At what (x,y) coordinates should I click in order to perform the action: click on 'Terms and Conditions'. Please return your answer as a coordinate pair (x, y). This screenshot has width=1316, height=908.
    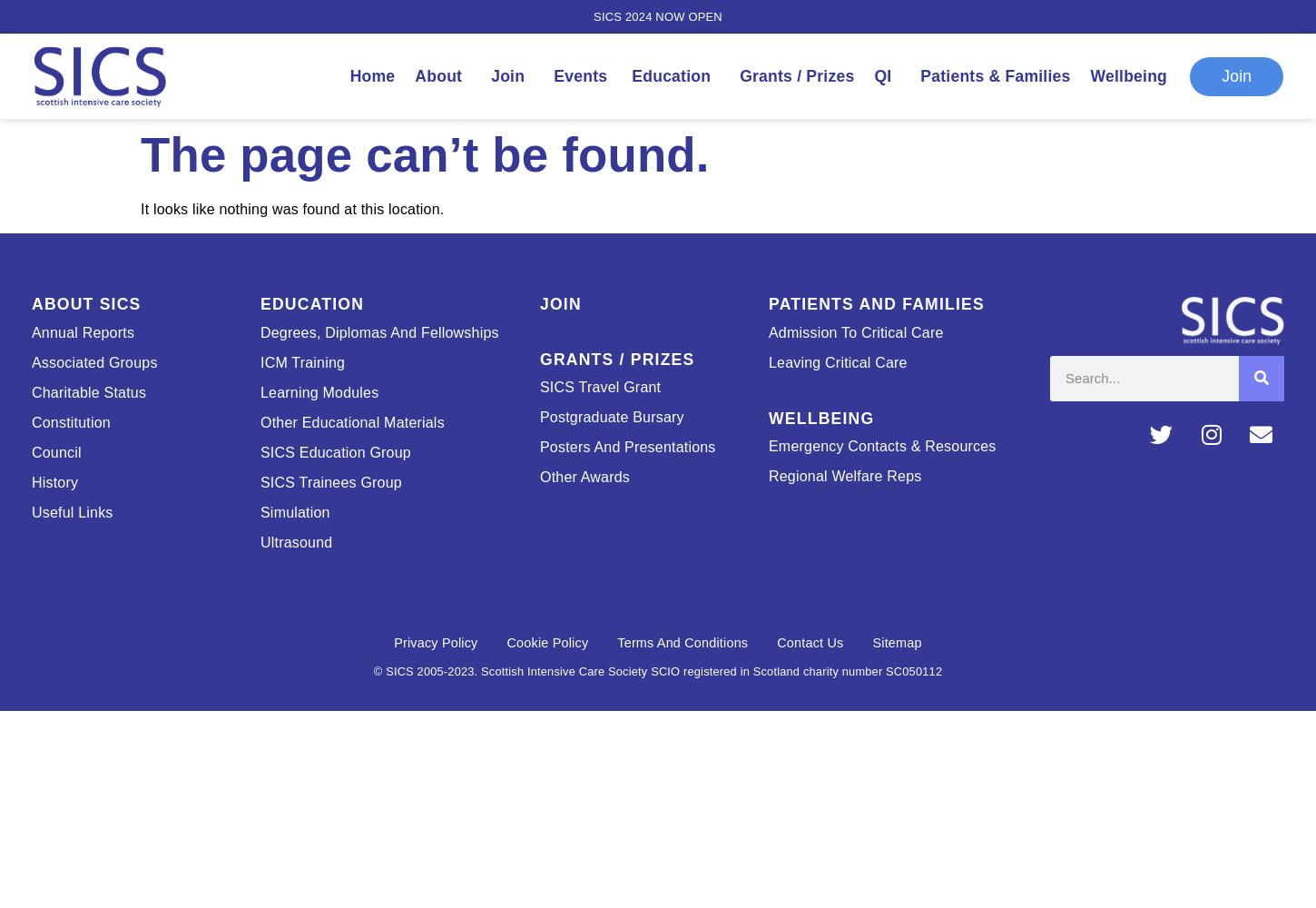
    Looking at the image, I should click on (616, 641).